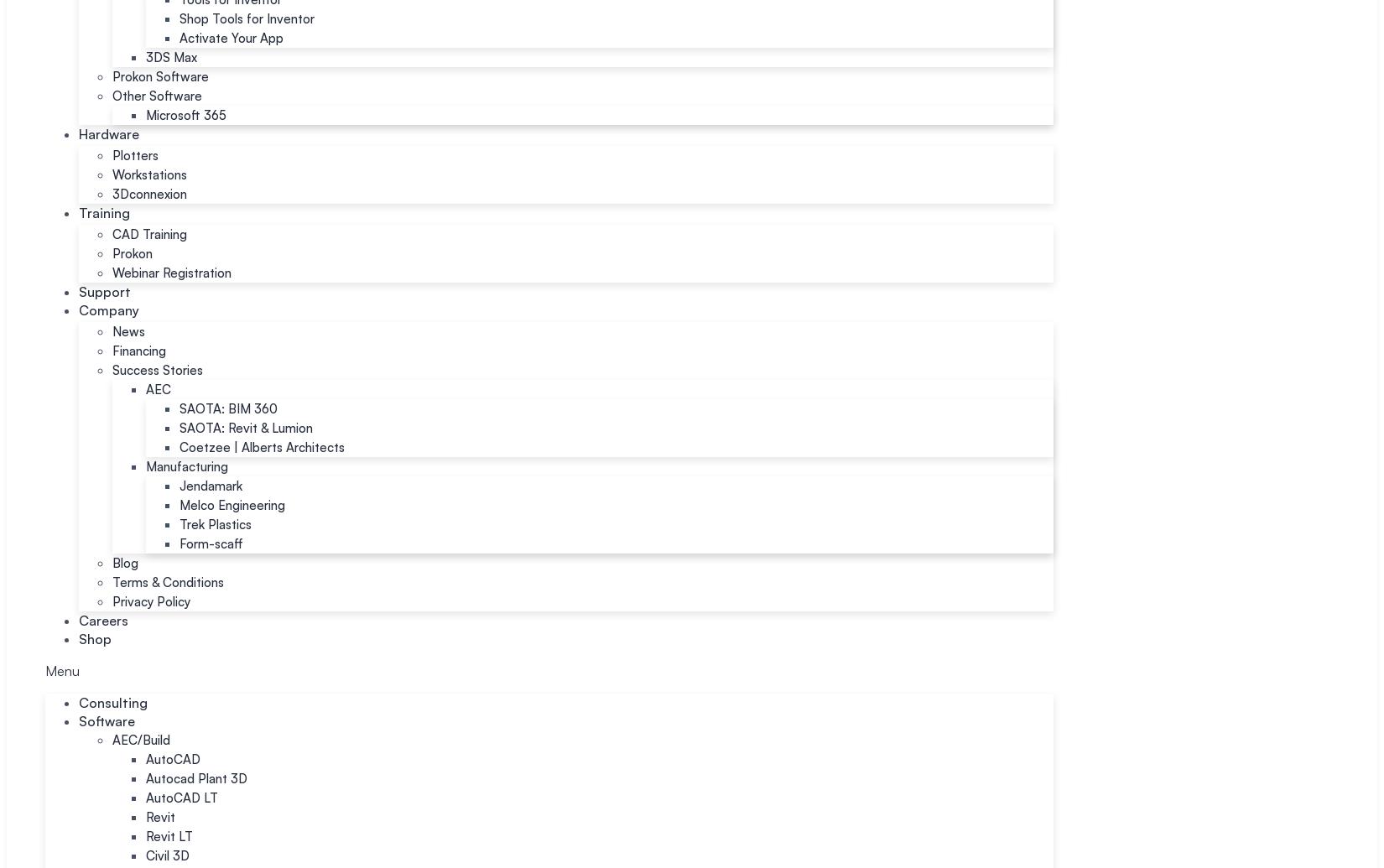  I want to click on 'Success Stories', so click(112, 370).